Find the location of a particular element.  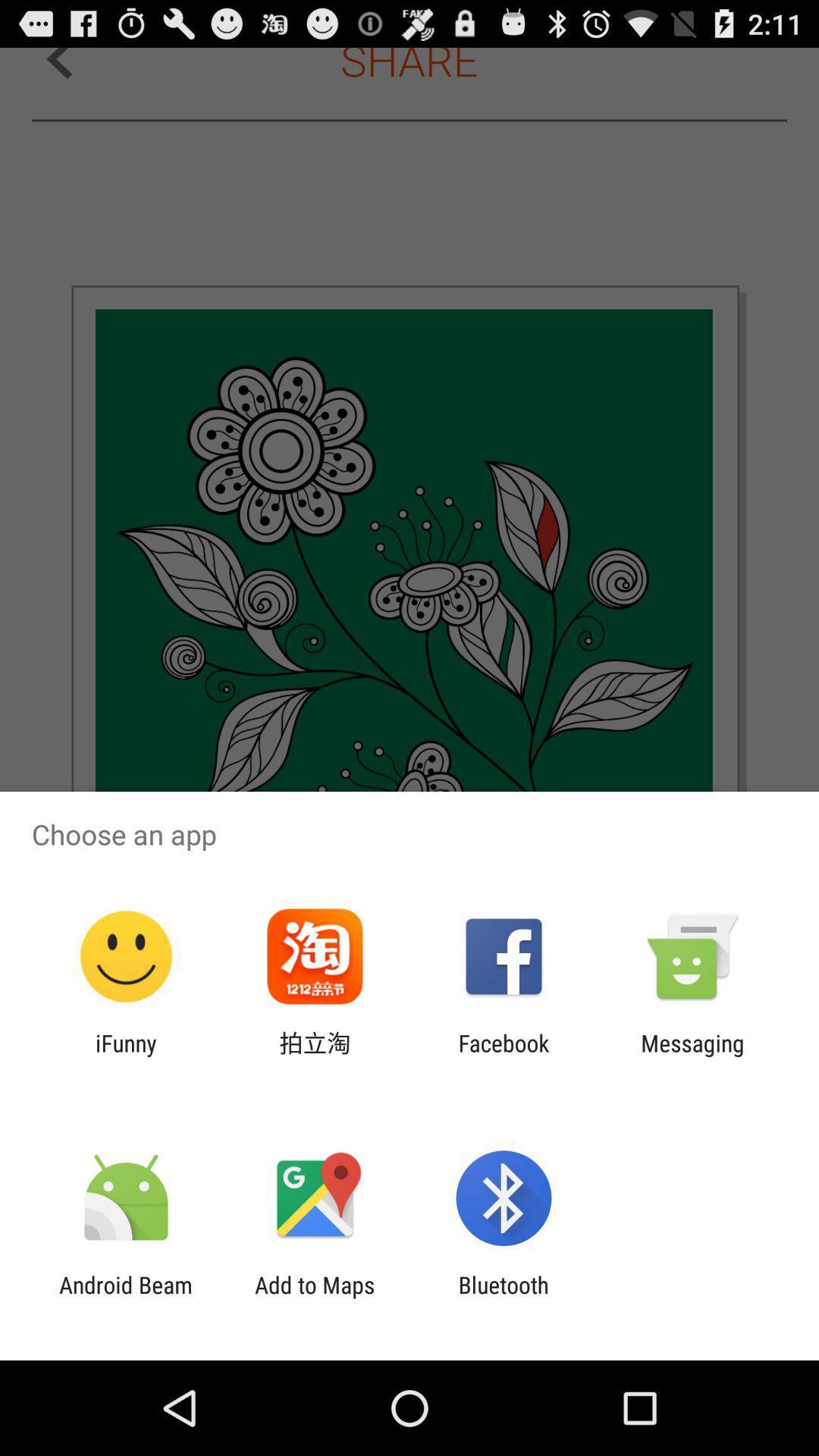

the icon next to the facebook is located at coordinates (692, 1056).